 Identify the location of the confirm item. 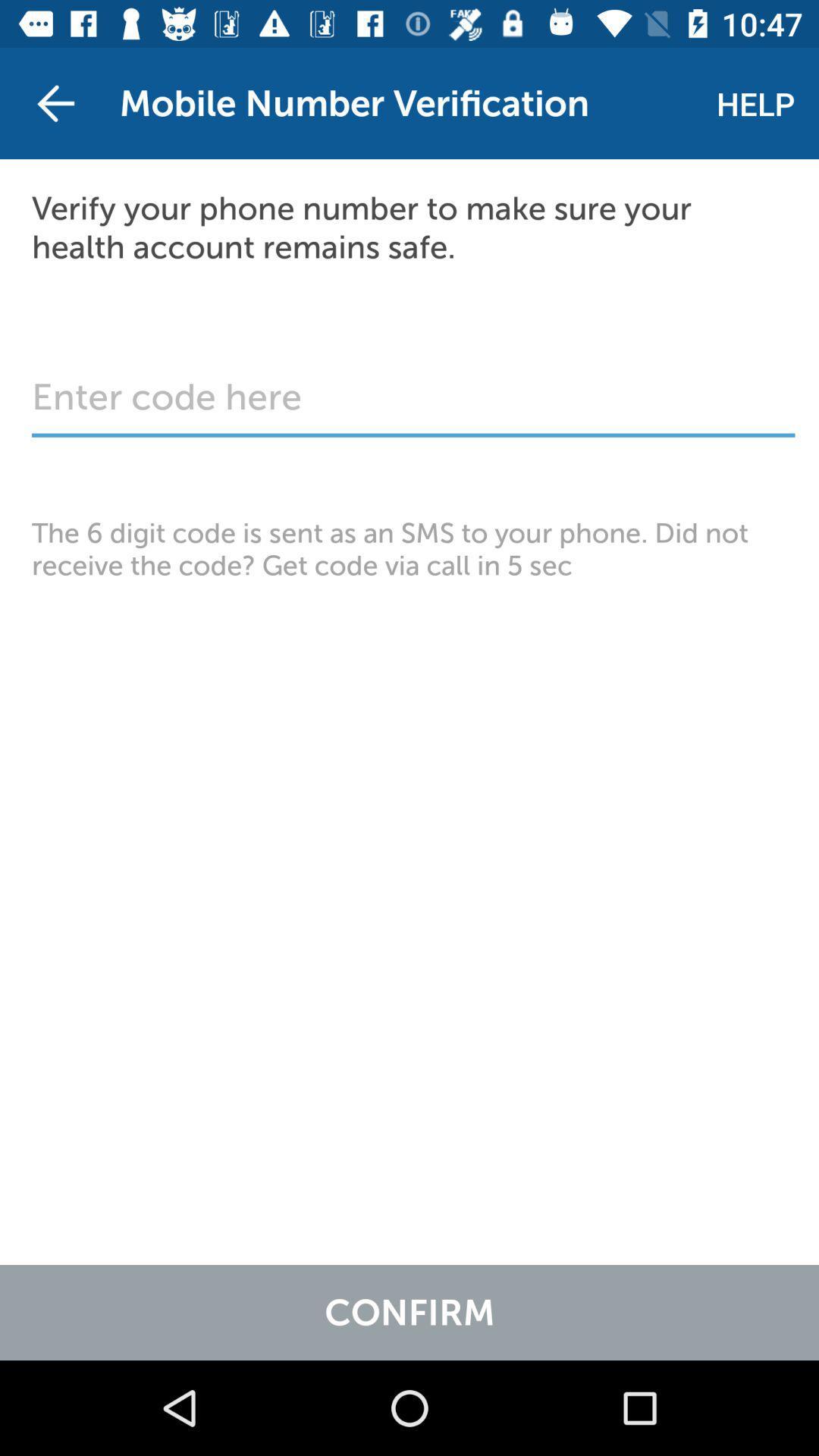
(409, 1312).